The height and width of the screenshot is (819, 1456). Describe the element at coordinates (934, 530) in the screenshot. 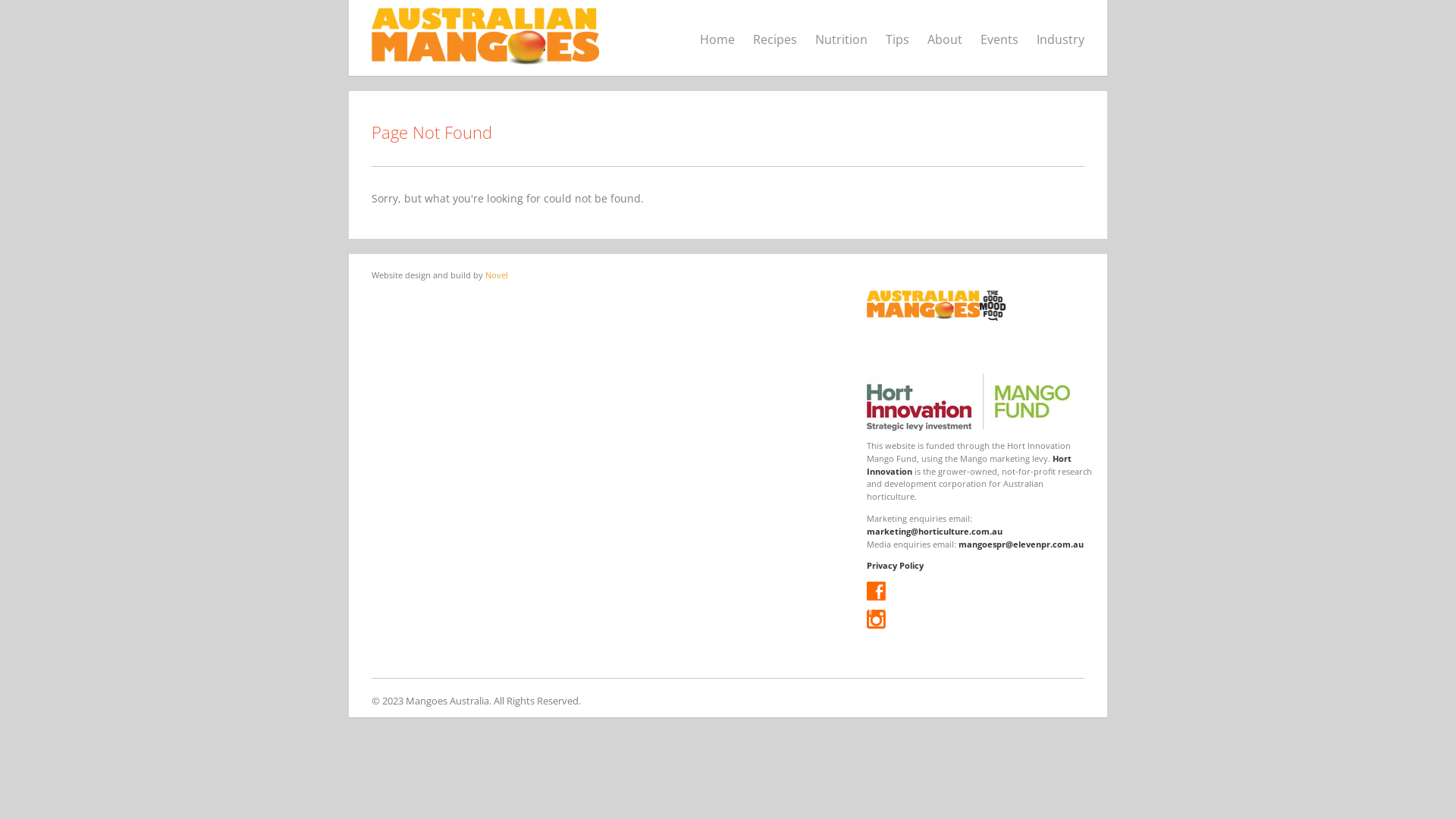

I see `'marketing@horticulture.com.au'` at that location.